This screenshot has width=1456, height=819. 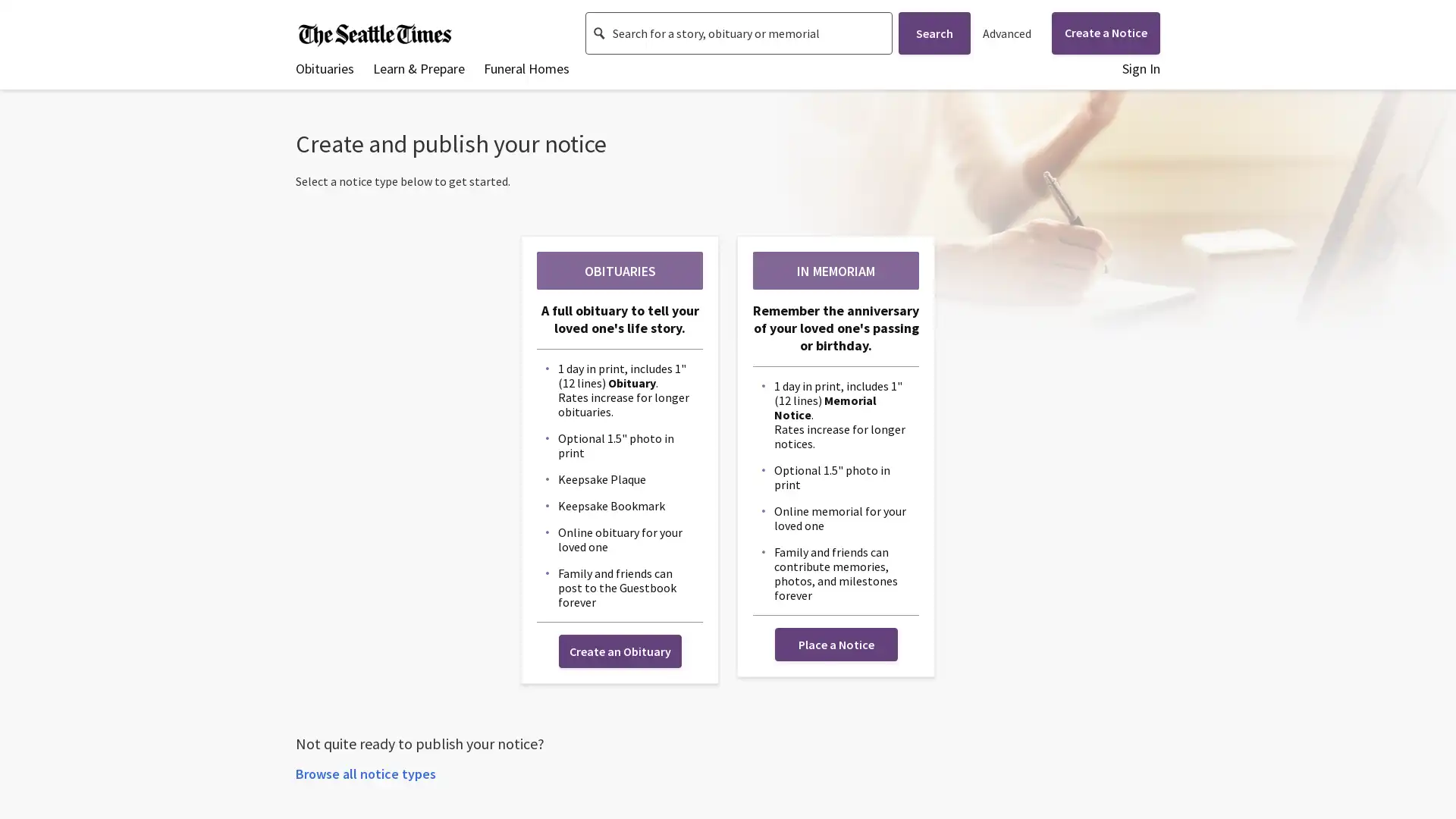 What do you see at coordinates (933, 33) in the screenshot?
I see `Search` at bounding box center [933, 33].